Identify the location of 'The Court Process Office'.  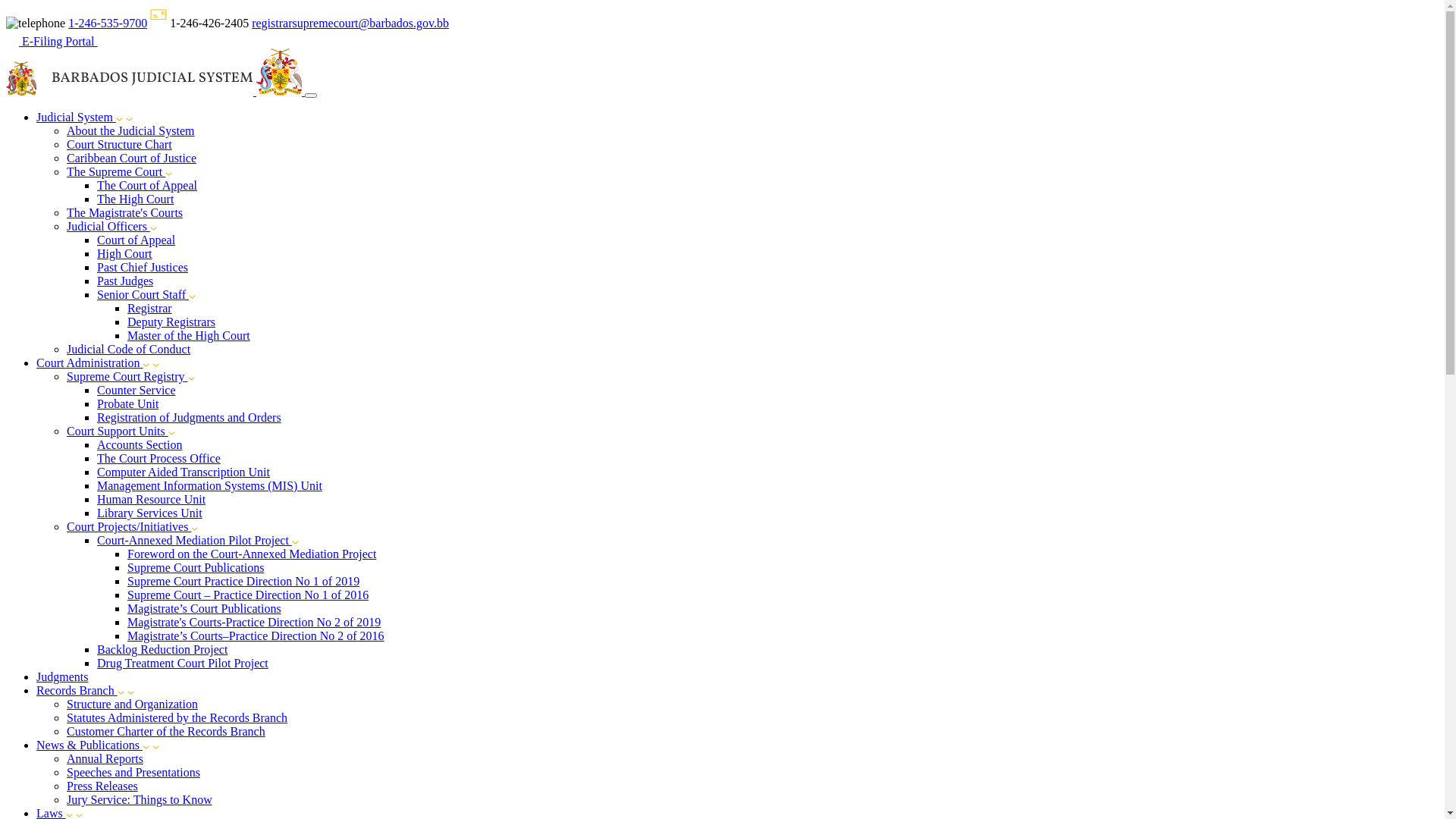
(158, 457).